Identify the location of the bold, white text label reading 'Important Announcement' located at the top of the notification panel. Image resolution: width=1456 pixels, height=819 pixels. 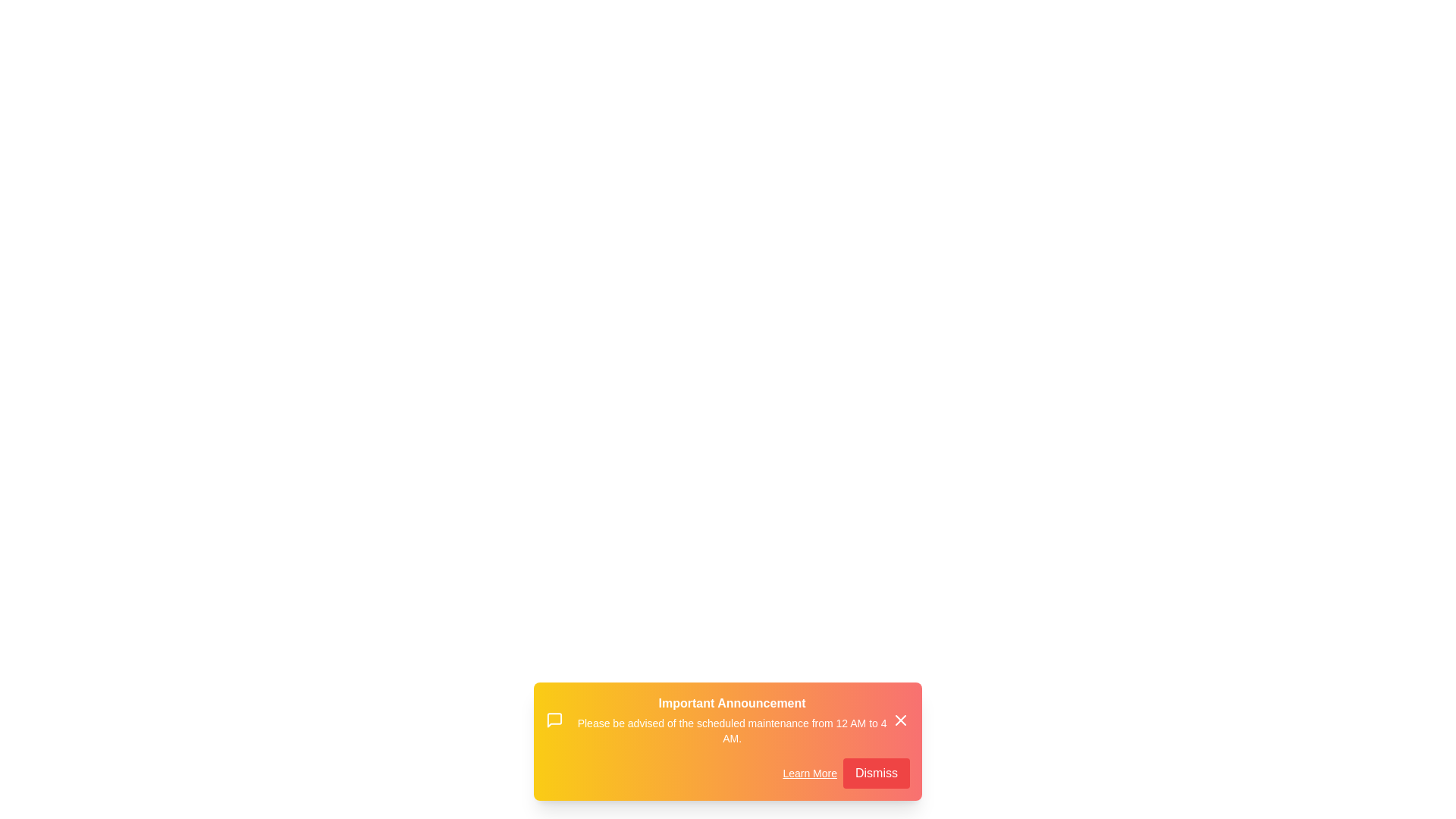
(732, 704).